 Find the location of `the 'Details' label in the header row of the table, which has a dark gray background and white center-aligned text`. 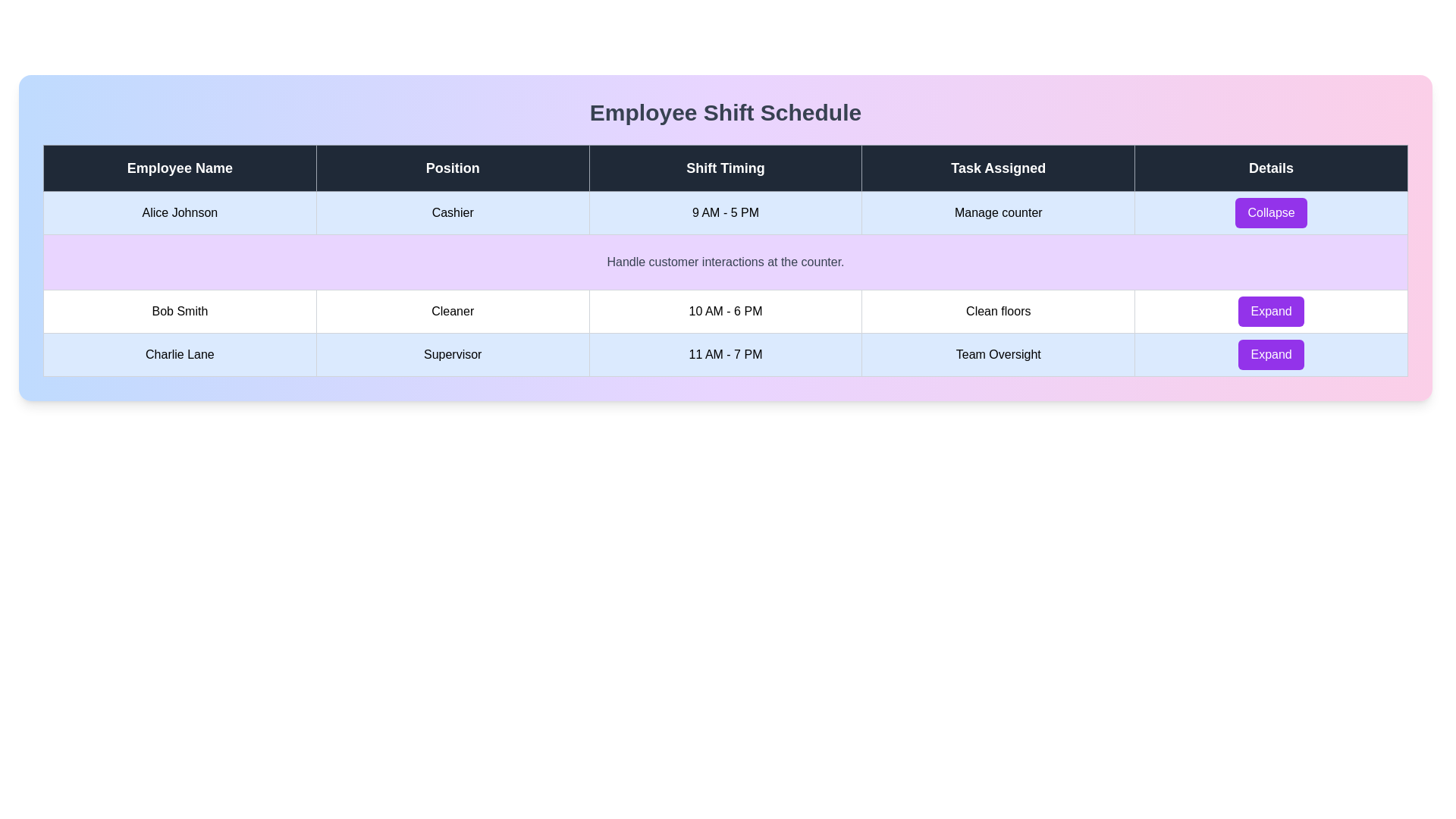

the 'Details' label in the header row of the table, which has a dark gray background and white center-aligned text is located at coordinates (1271, 168).